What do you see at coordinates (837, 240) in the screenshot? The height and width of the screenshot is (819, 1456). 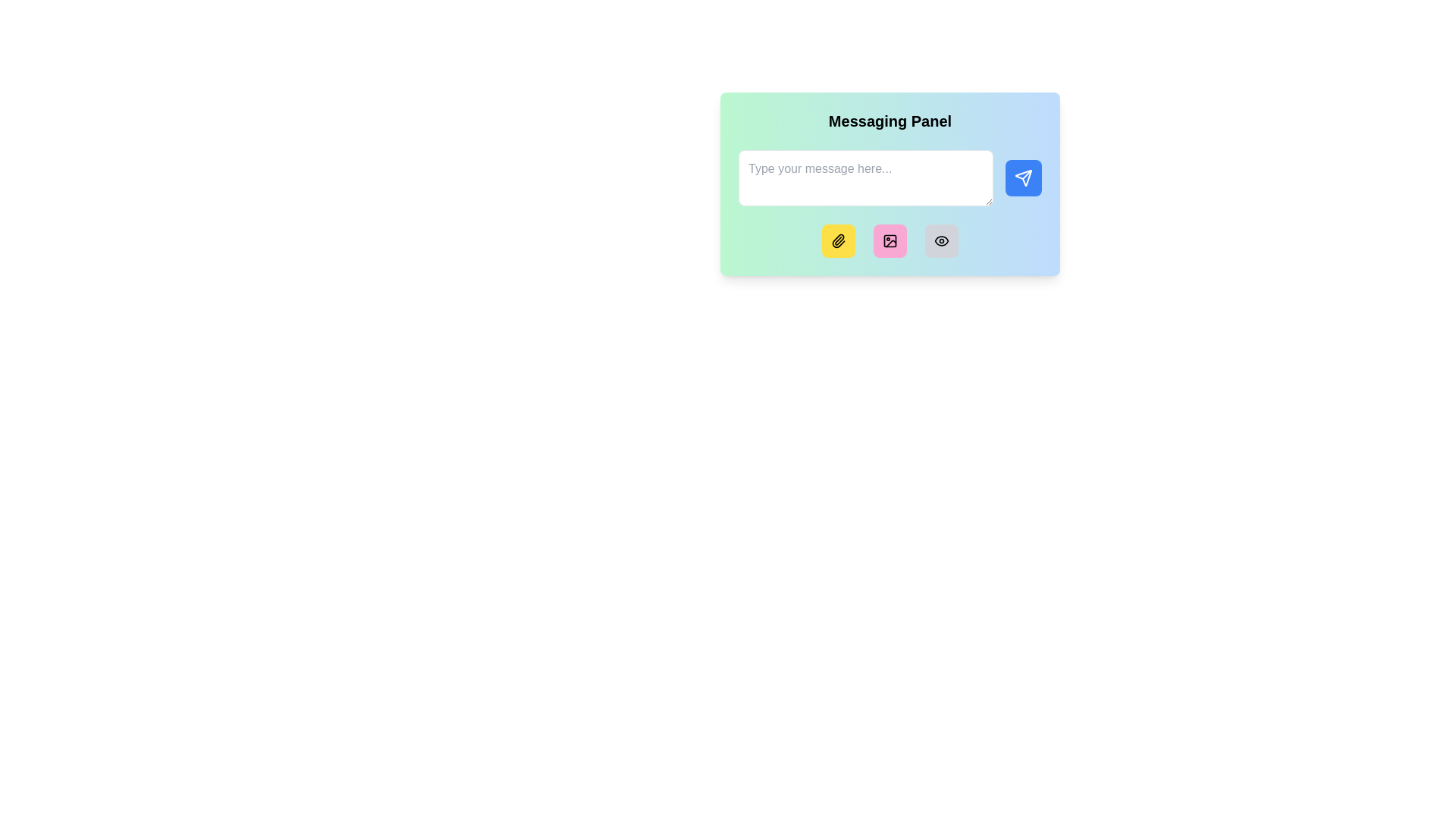 I see `the yellow button with rounded corners and a black paperclip icon to attach a file` at bounding box center [837, 240].